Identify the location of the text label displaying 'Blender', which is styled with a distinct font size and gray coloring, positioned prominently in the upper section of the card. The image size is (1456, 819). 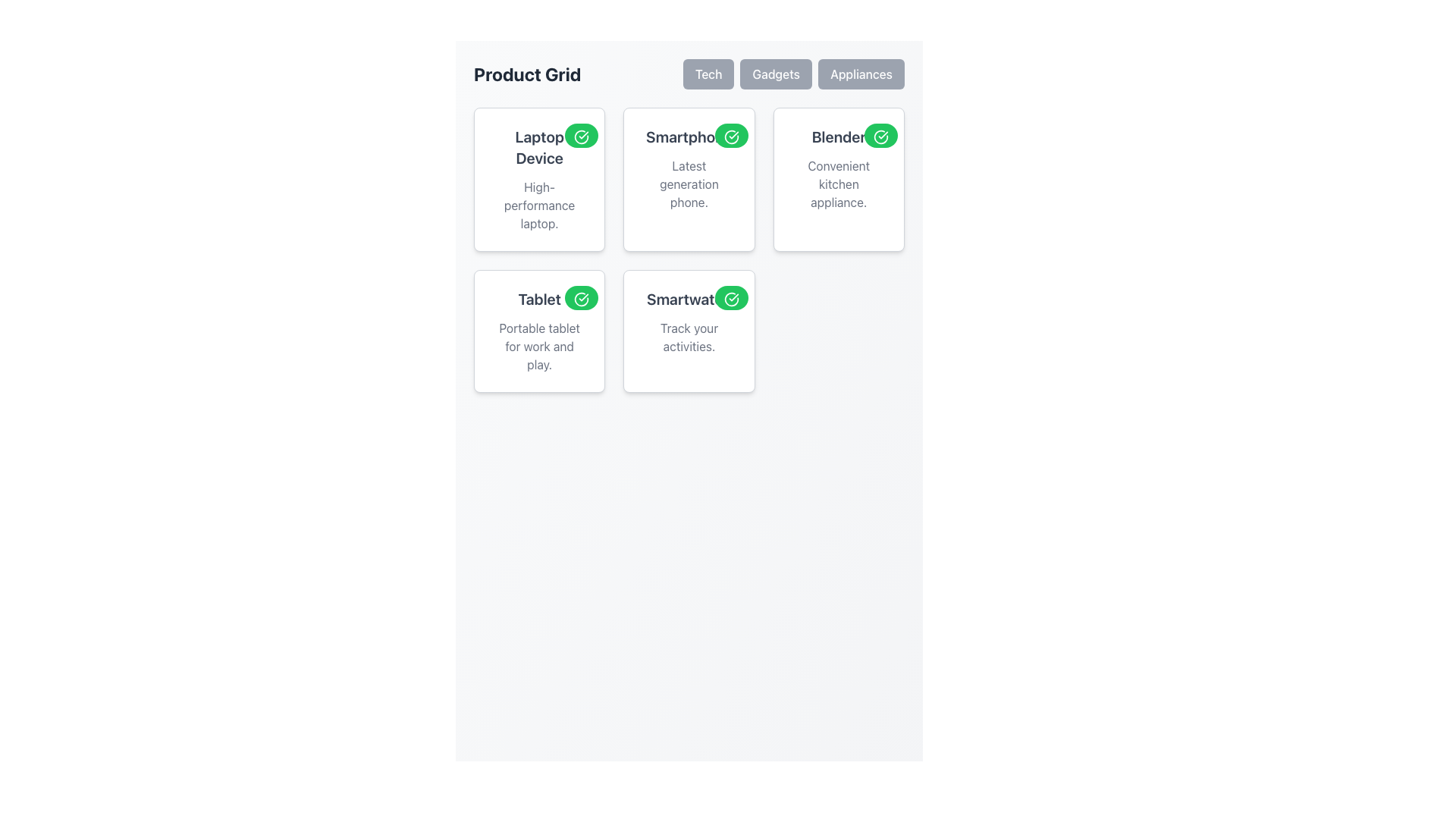
(838, 137).